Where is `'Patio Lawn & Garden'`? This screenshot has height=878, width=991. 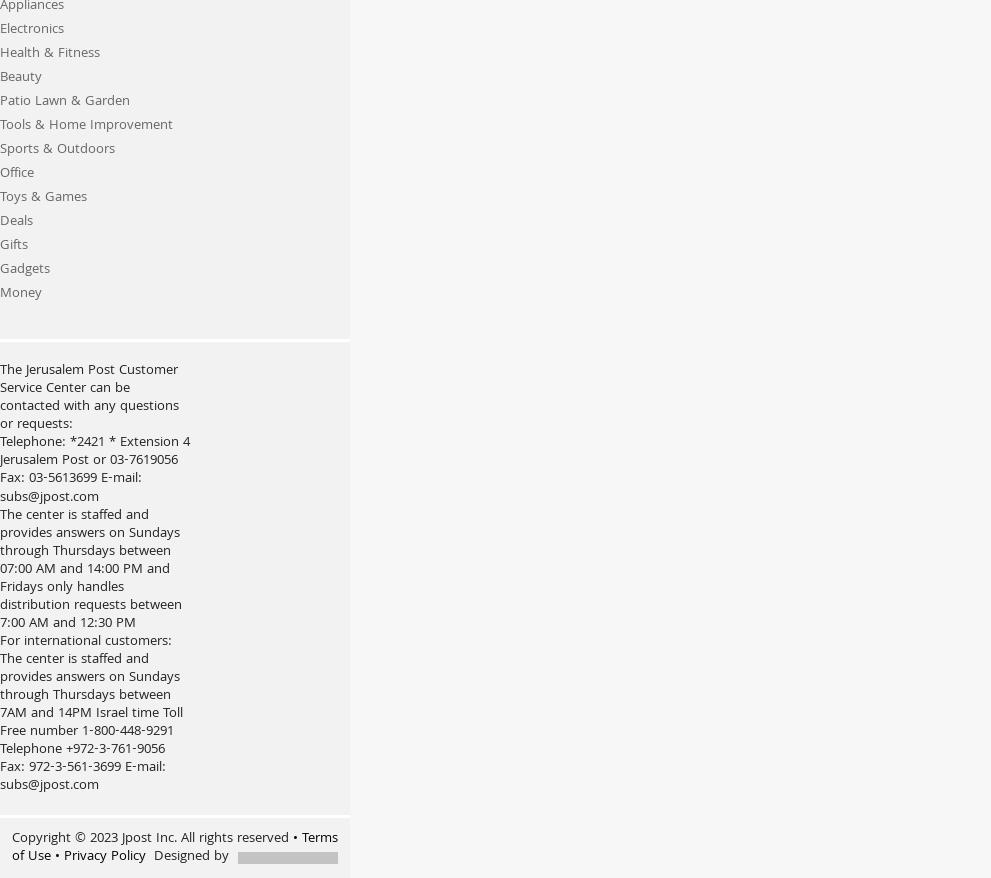 'Patio Lawn & Garden' is located at coordinates (65, 101).